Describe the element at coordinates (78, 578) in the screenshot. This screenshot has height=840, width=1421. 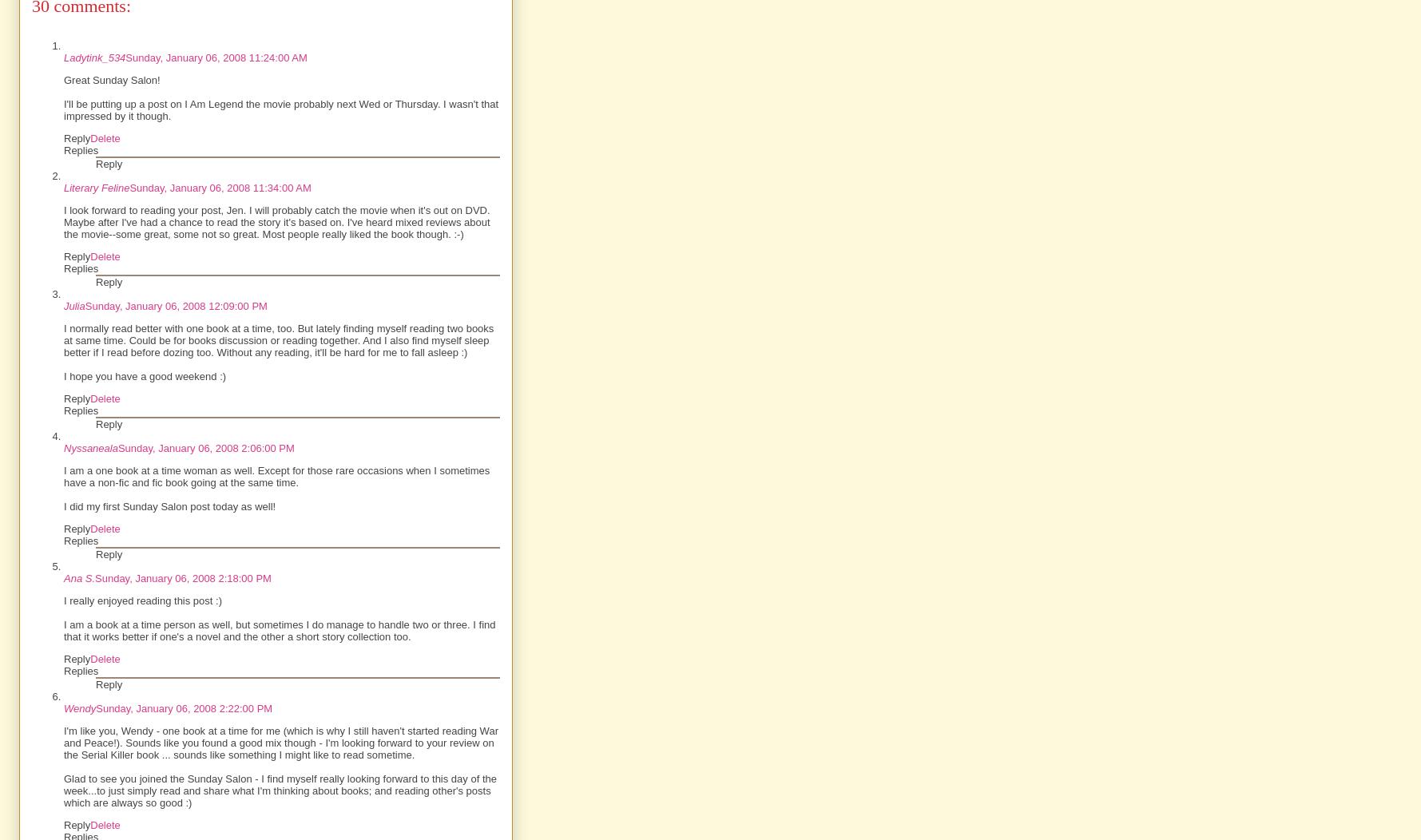
I see `'Ana S.'` at that location.